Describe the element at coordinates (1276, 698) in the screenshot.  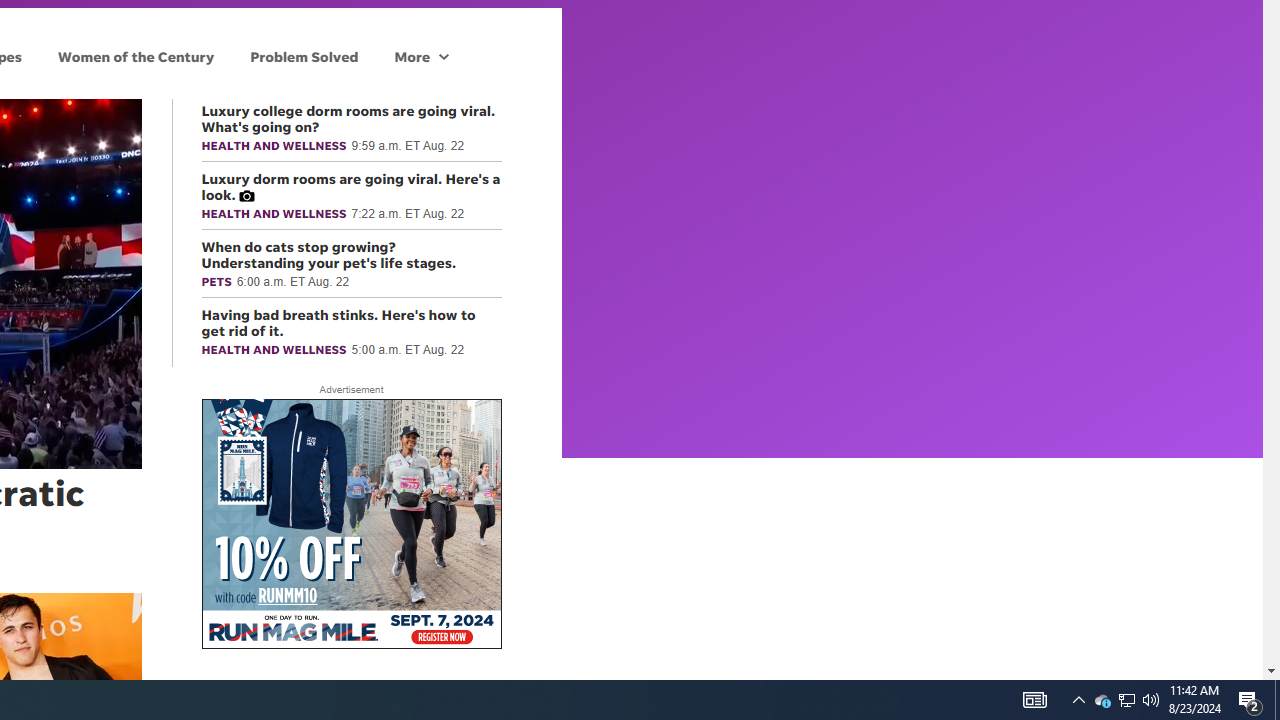
I see `'Action Center, 2 new notifications'` at that location.